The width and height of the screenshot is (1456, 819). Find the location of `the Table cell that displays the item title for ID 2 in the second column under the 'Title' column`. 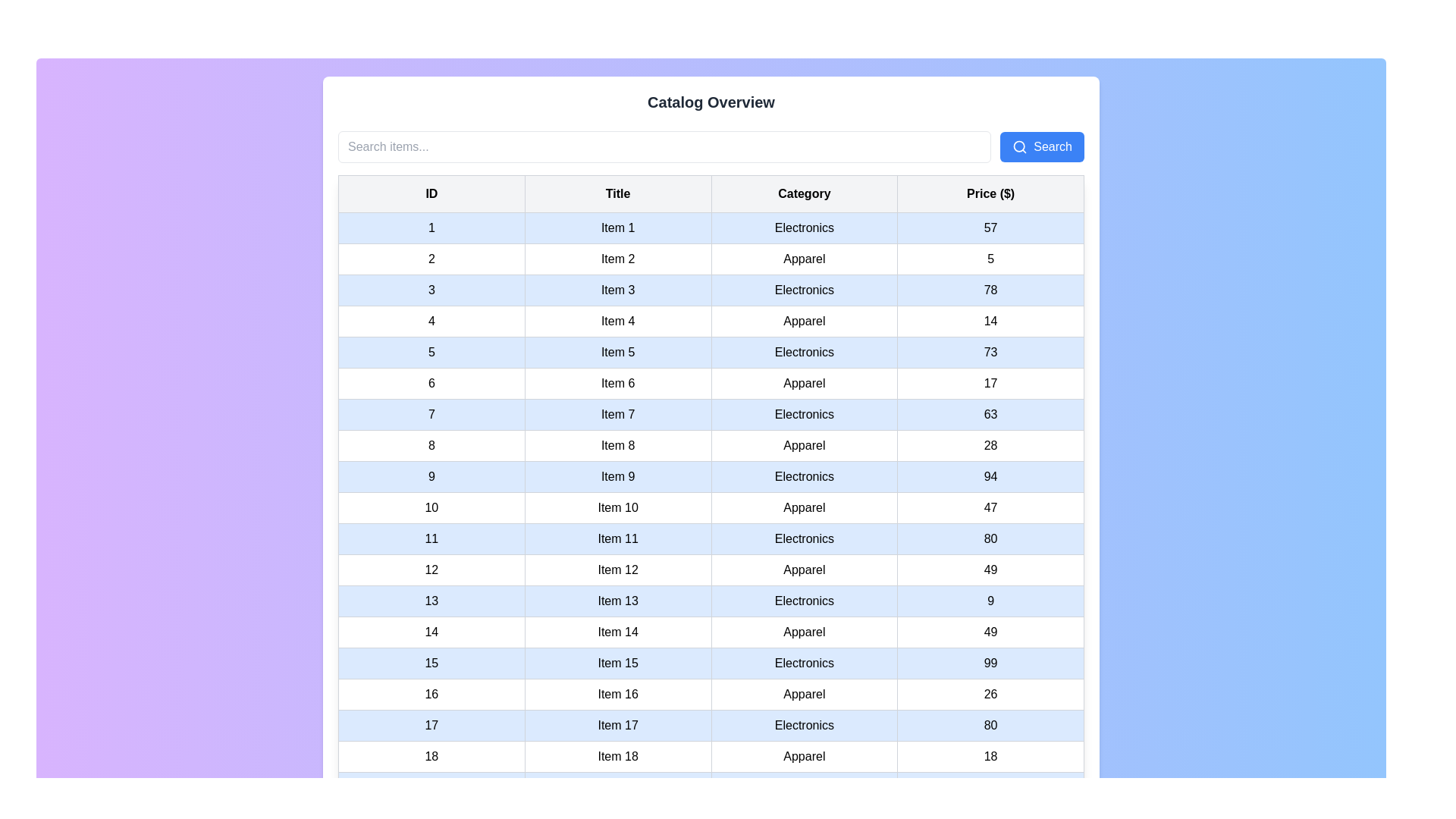

the Table cell that displays the item title for ID 2 in the second column under the 'Title' column is located at coordinates (618, 259).